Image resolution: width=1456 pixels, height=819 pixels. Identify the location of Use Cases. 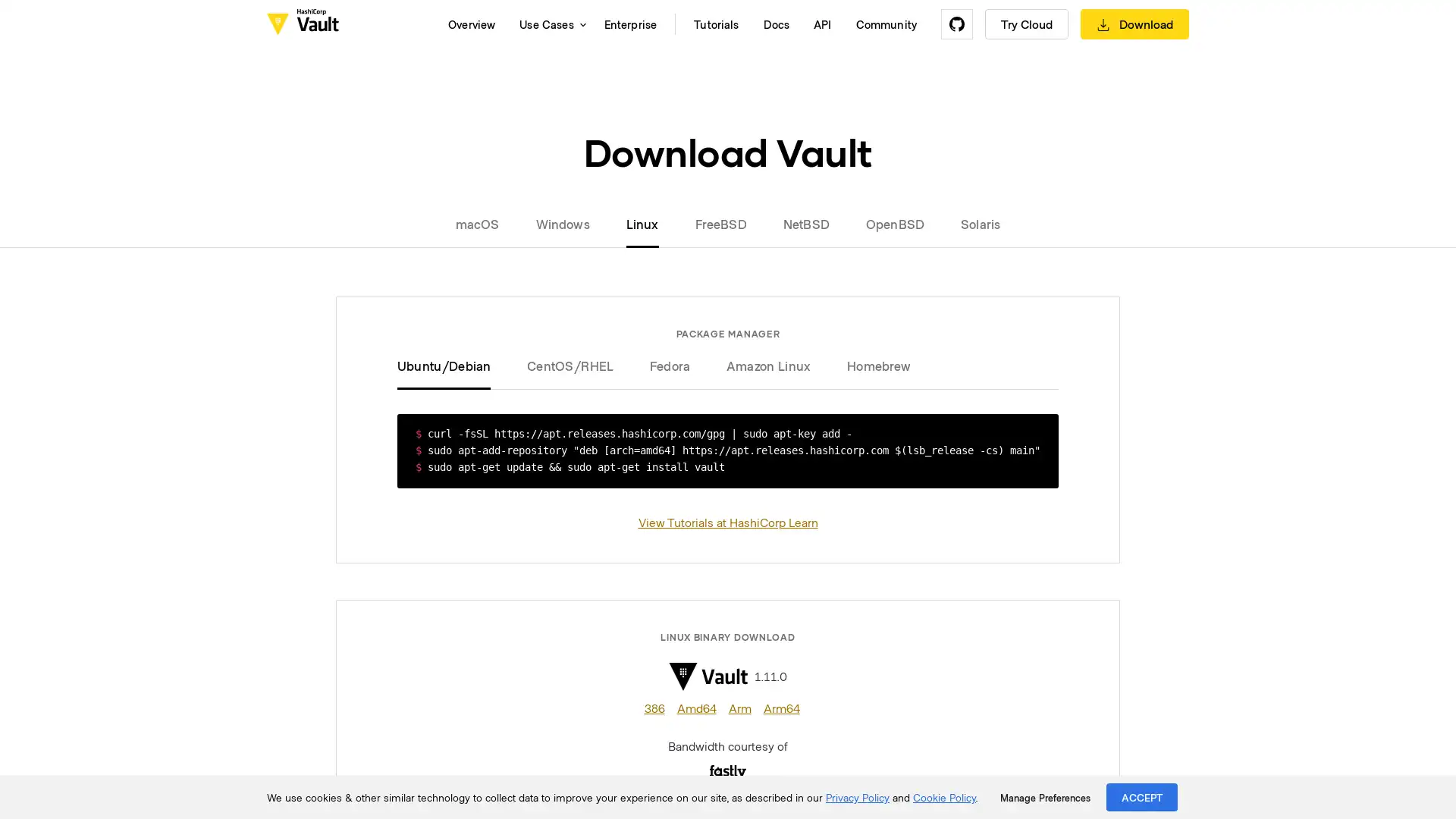
(548, 24).